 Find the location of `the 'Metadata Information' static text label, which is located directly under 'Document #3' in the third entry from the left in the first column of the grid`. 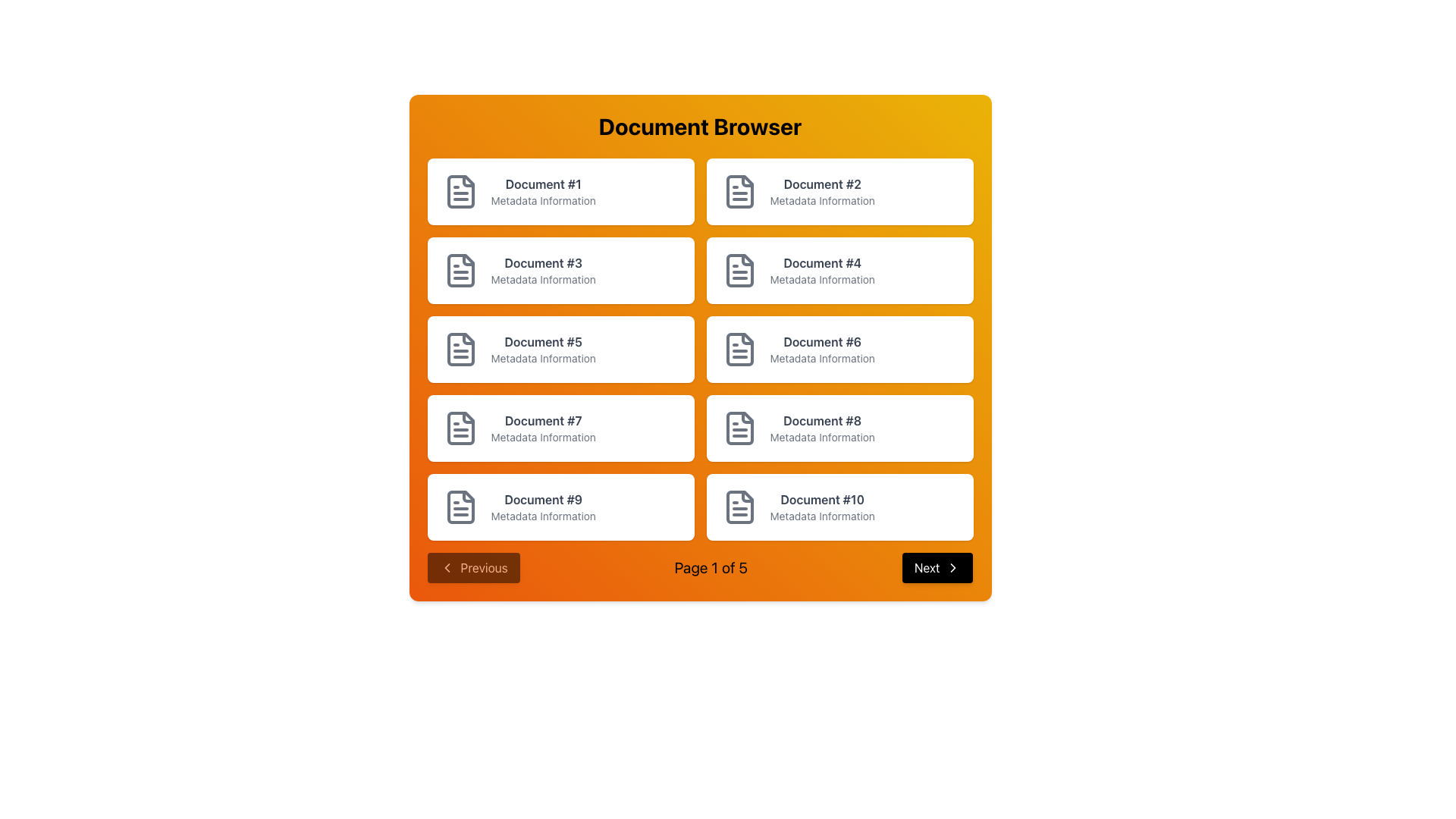

the 'Metadata Information' static text label, which is located directly under 'Document #3' in the third entry from the left in the first column of the grid is located at coordinates (543, 280).